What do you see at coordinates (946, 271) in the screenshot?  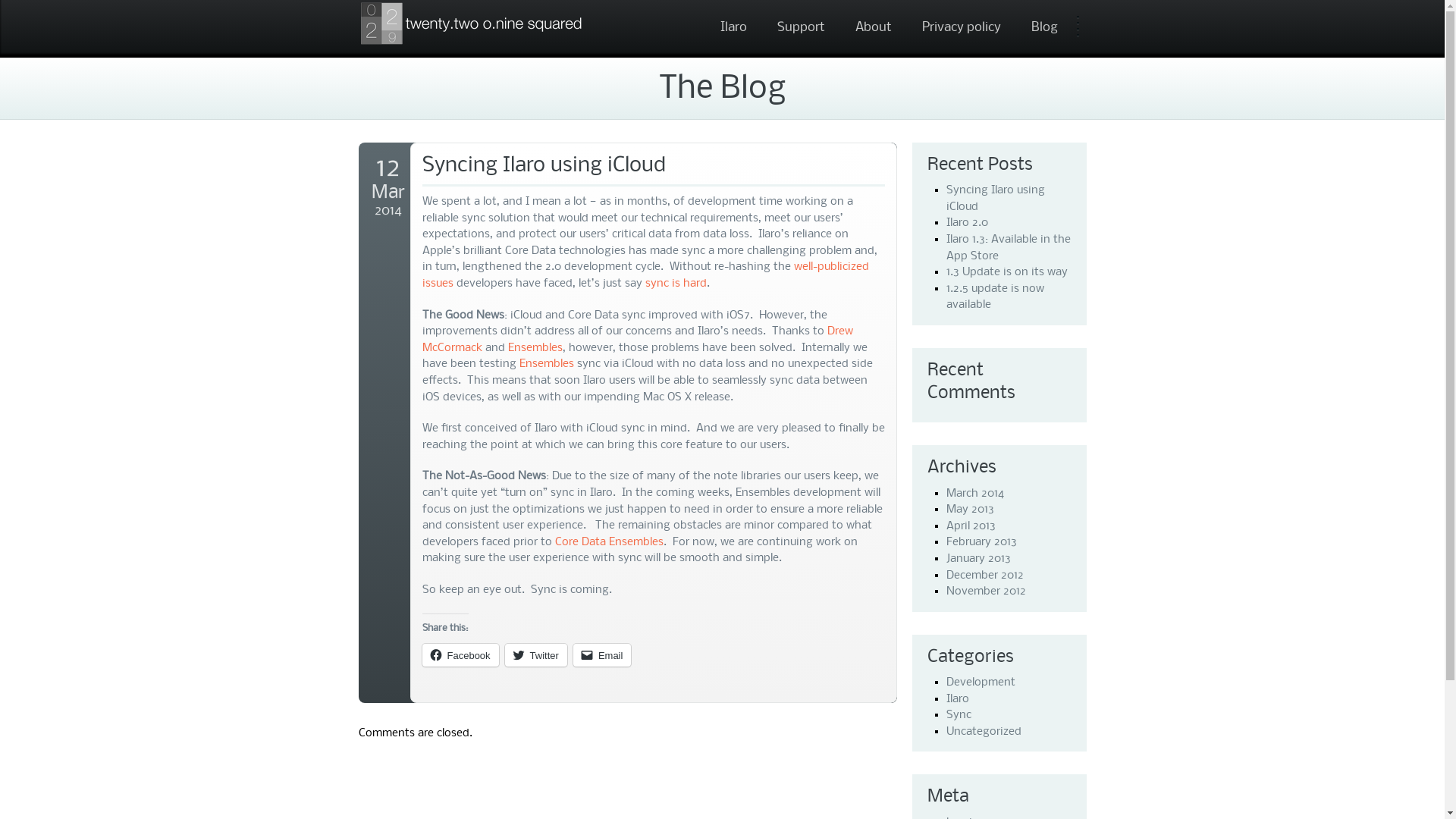 I see `'1.3 Update is on its way'` at bounding box center [946, 271].